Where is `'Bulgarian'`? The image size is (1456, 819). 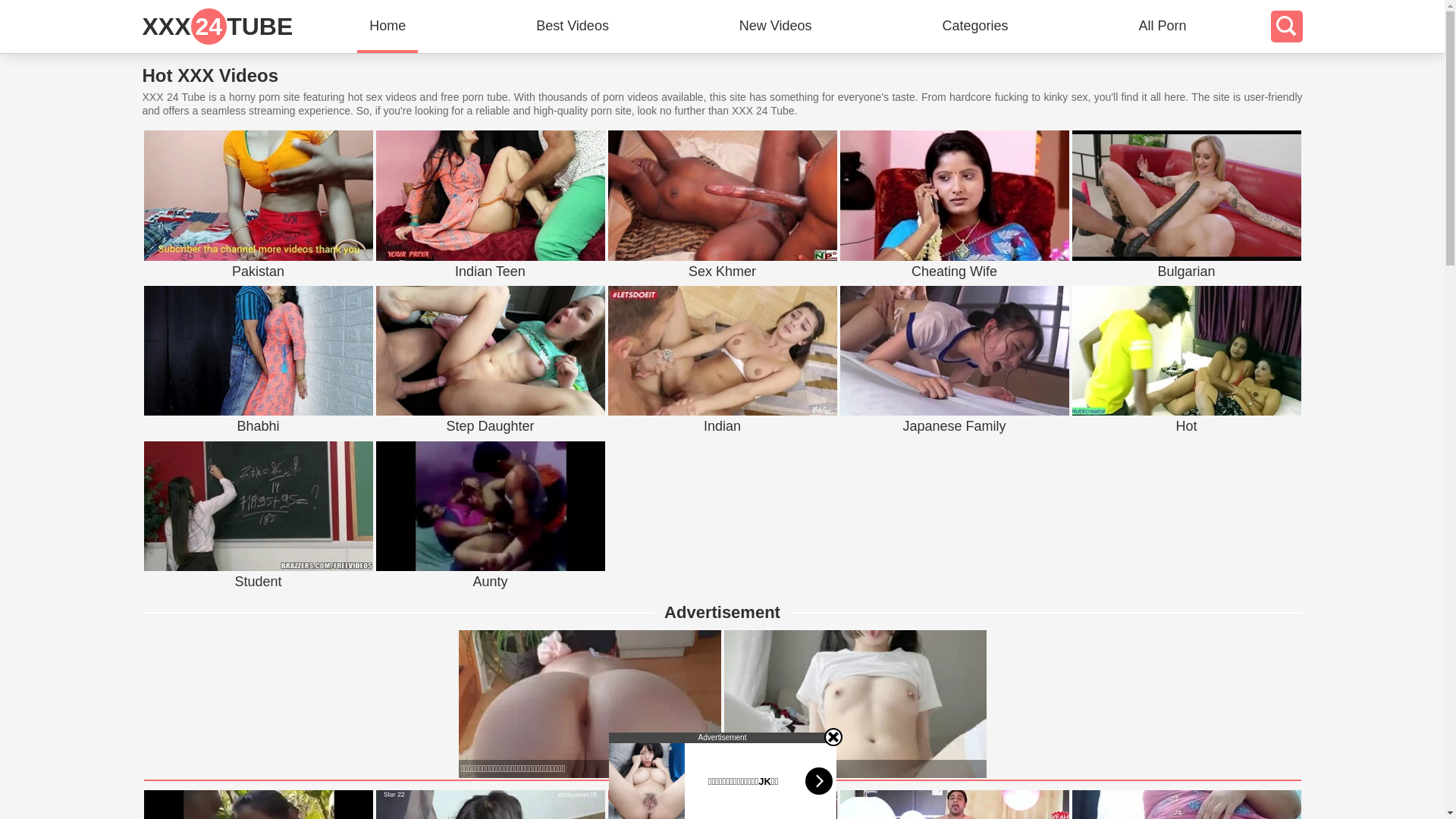 'Bulgarian' is located at coordinates (1185, 194).